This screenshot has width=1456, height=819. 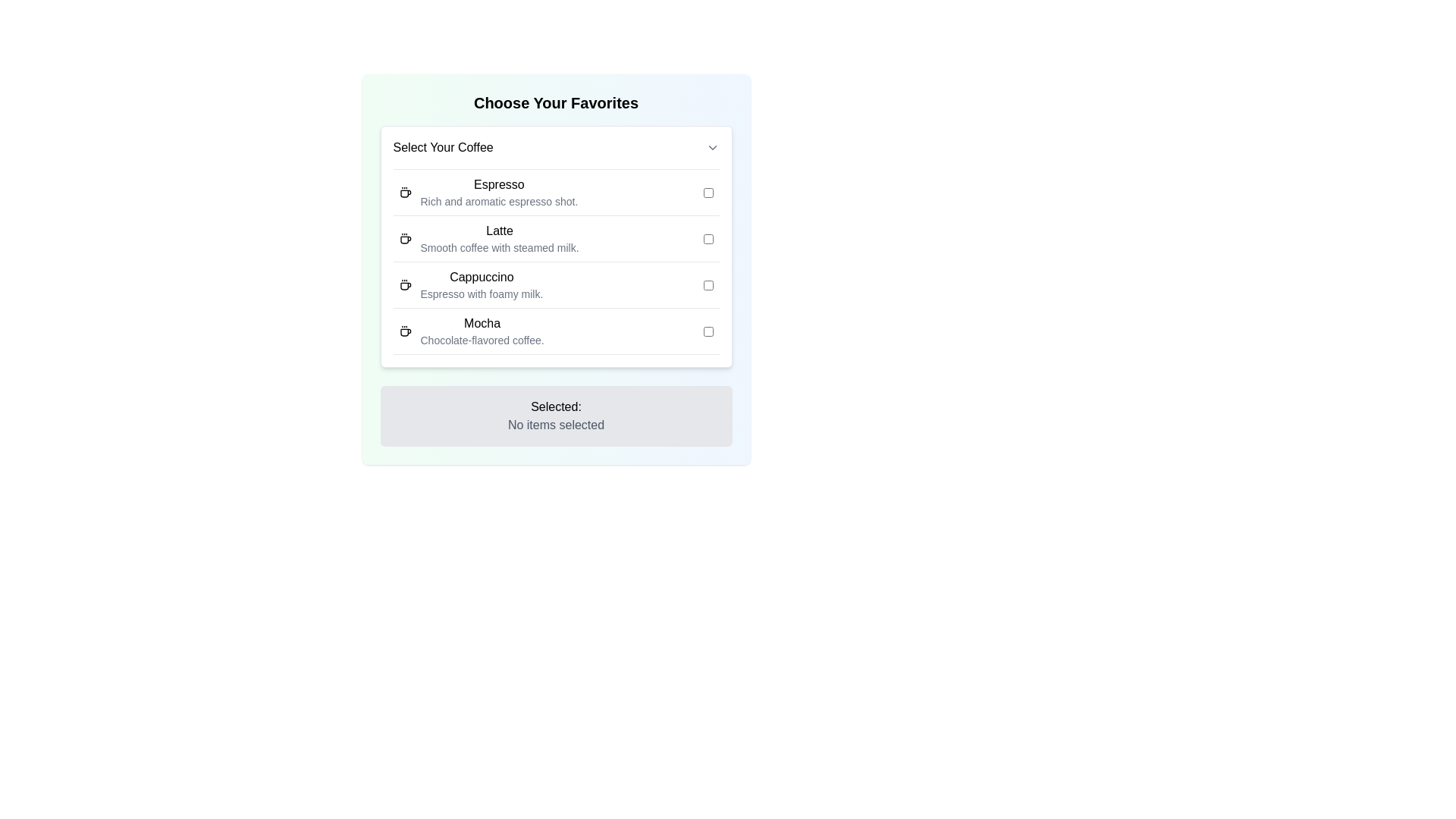 What do you see at coordinates (708, 239) in the screenshot?
I see `the checkbox` at bounding box center [708, 239].